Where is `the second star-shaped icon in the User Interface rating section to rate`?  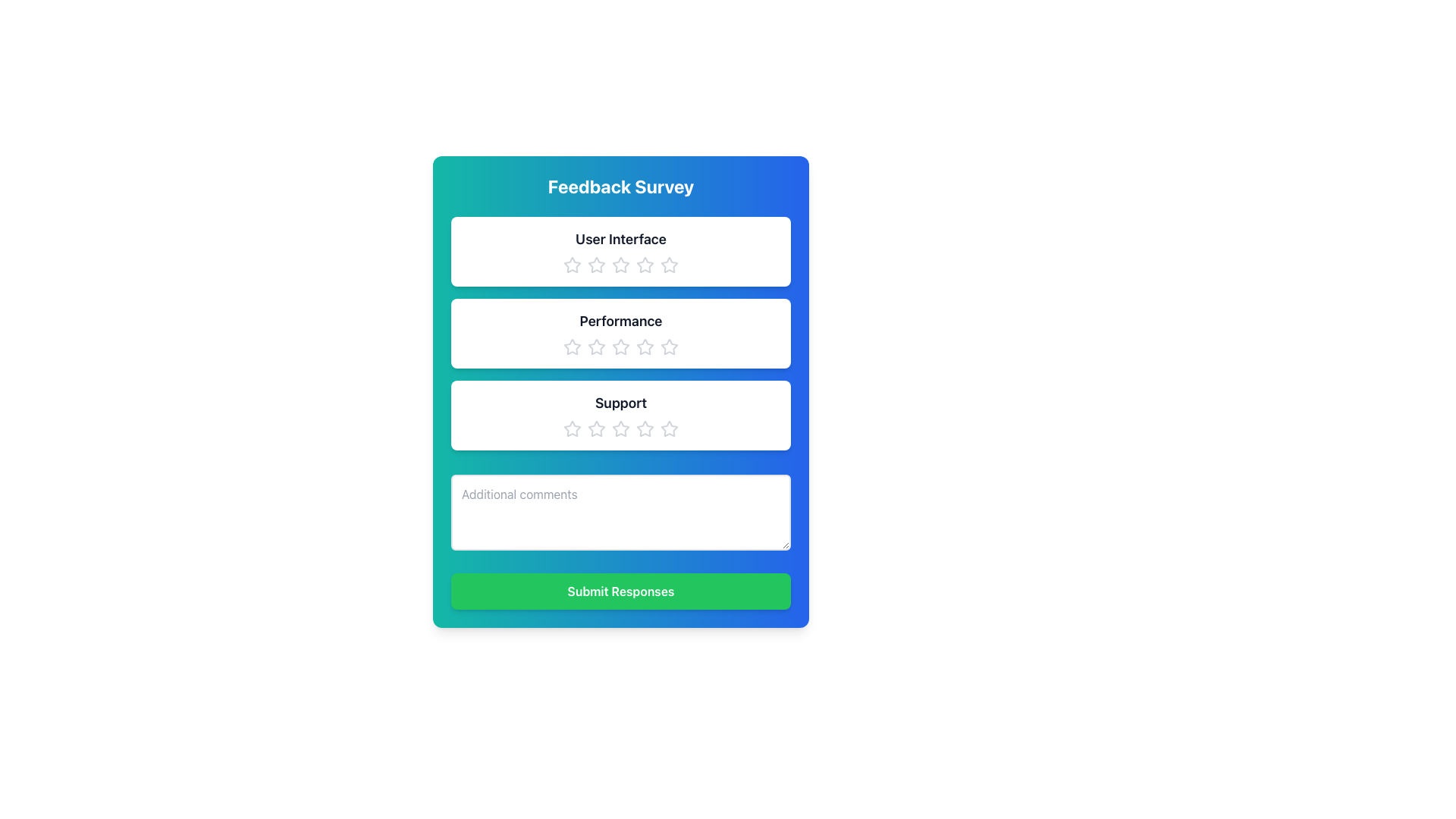 the second star-shaped icon in the User Interface rating section to rate is located at coordinates (596, 264).